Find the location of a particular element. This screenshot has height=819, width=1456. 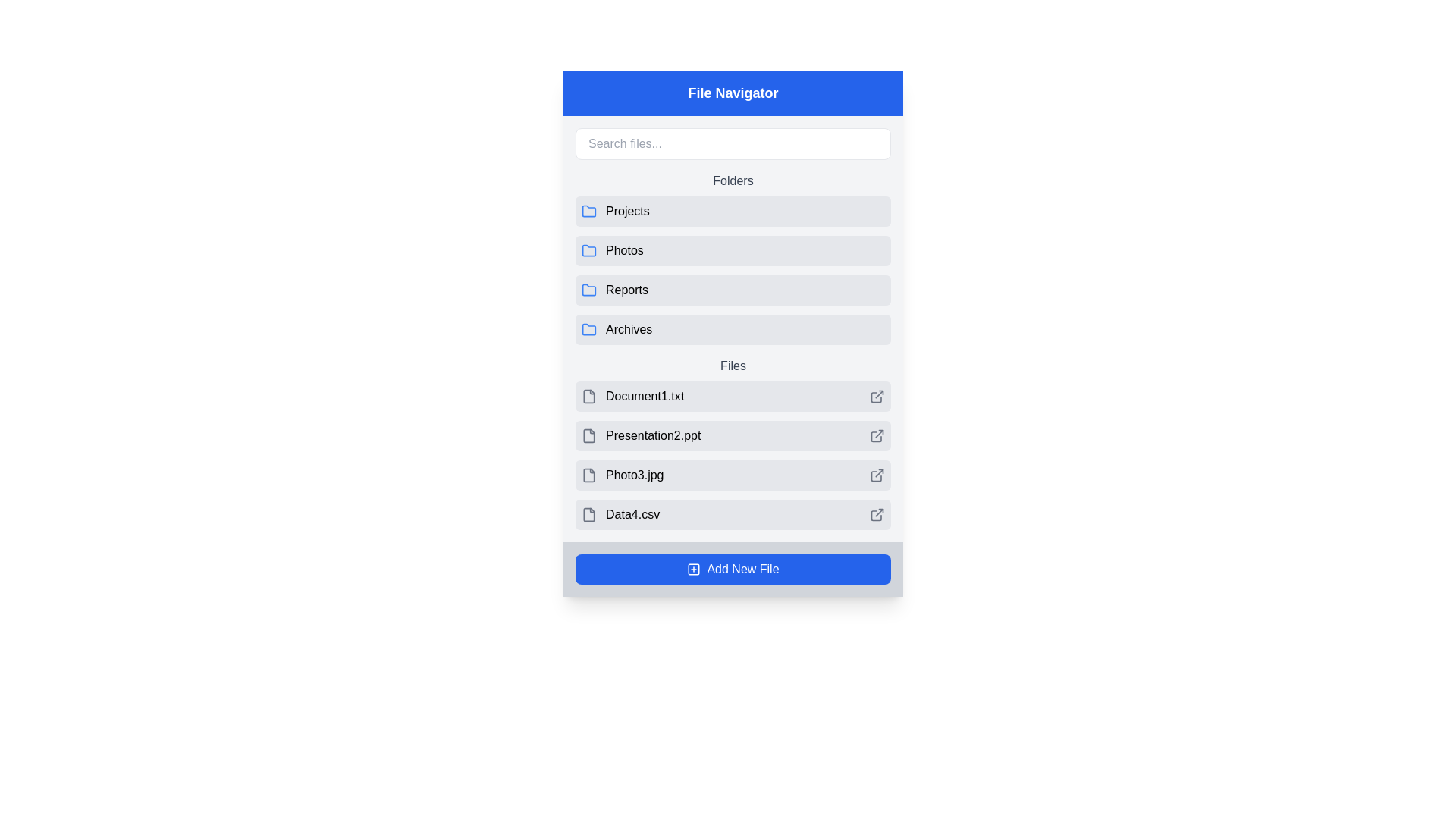

the icon indicating the action for adding a new file, which is adjacent to the text 'Add New File' at the bottom of the interface is located at coordinates (693, 570).